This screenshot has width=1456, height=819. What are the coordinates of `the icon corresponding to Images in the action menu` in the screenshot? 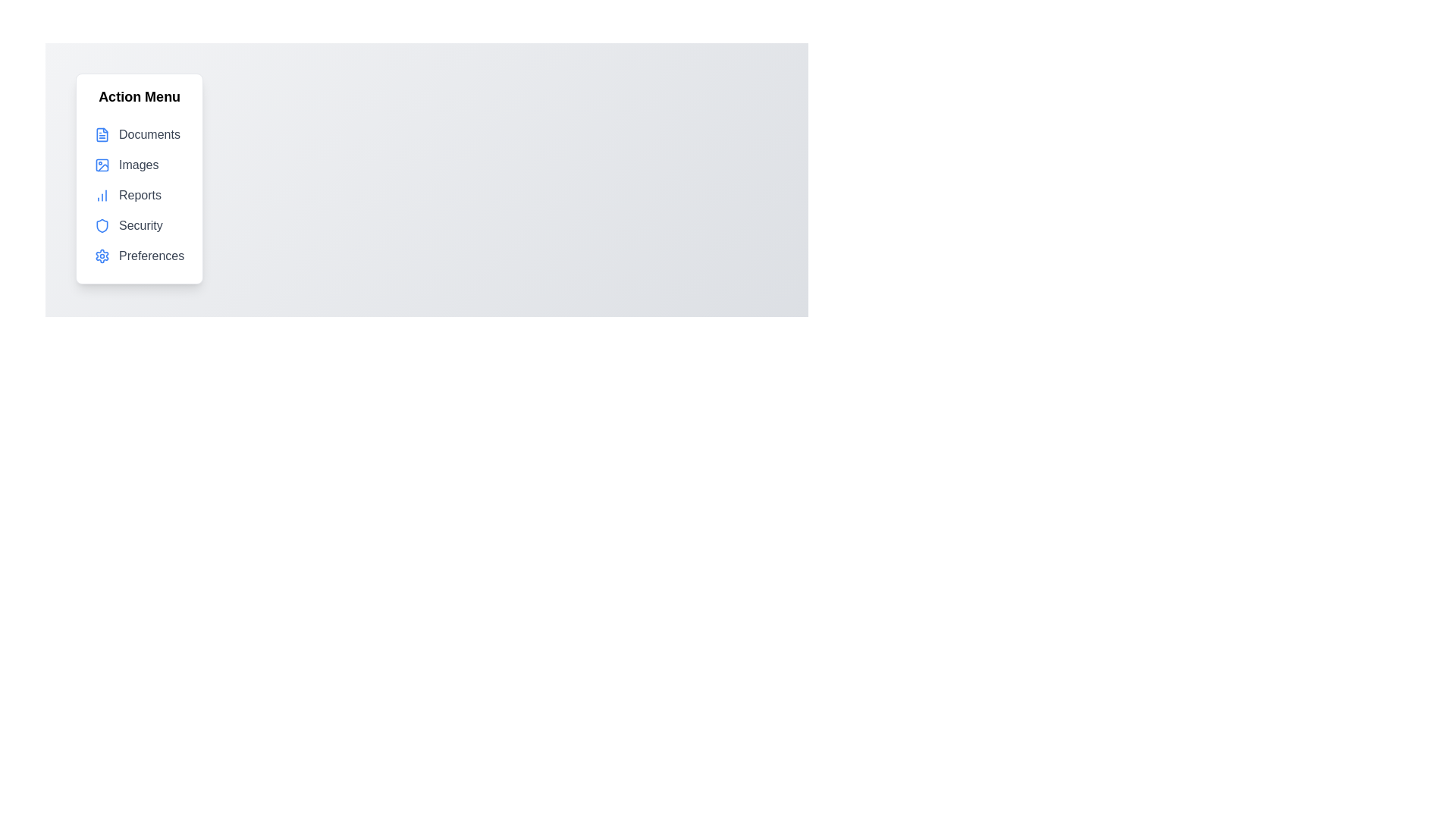 It's located at (101, 165).